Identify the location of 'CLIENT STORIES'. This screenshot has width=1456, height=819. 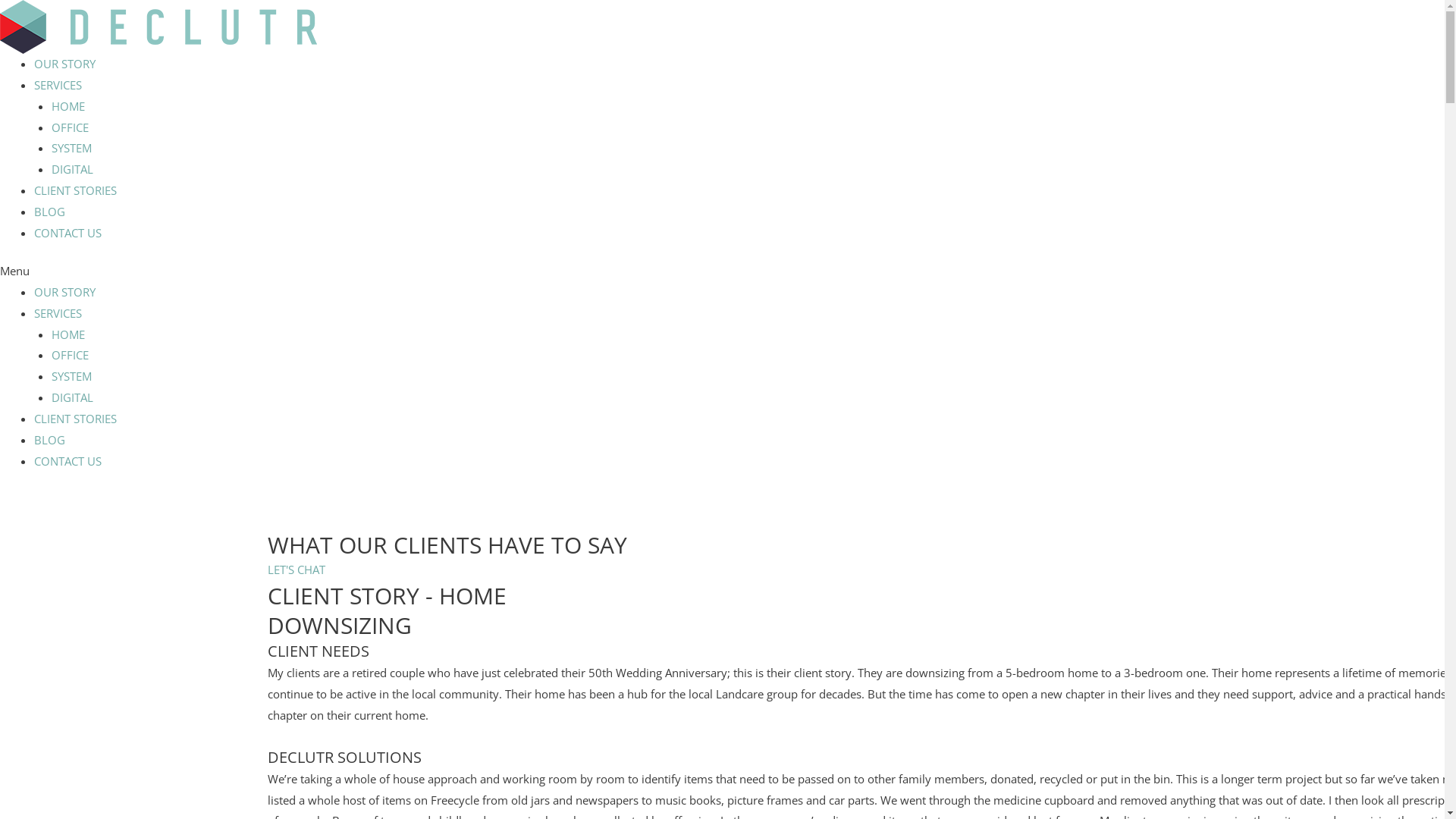
(33, 418).